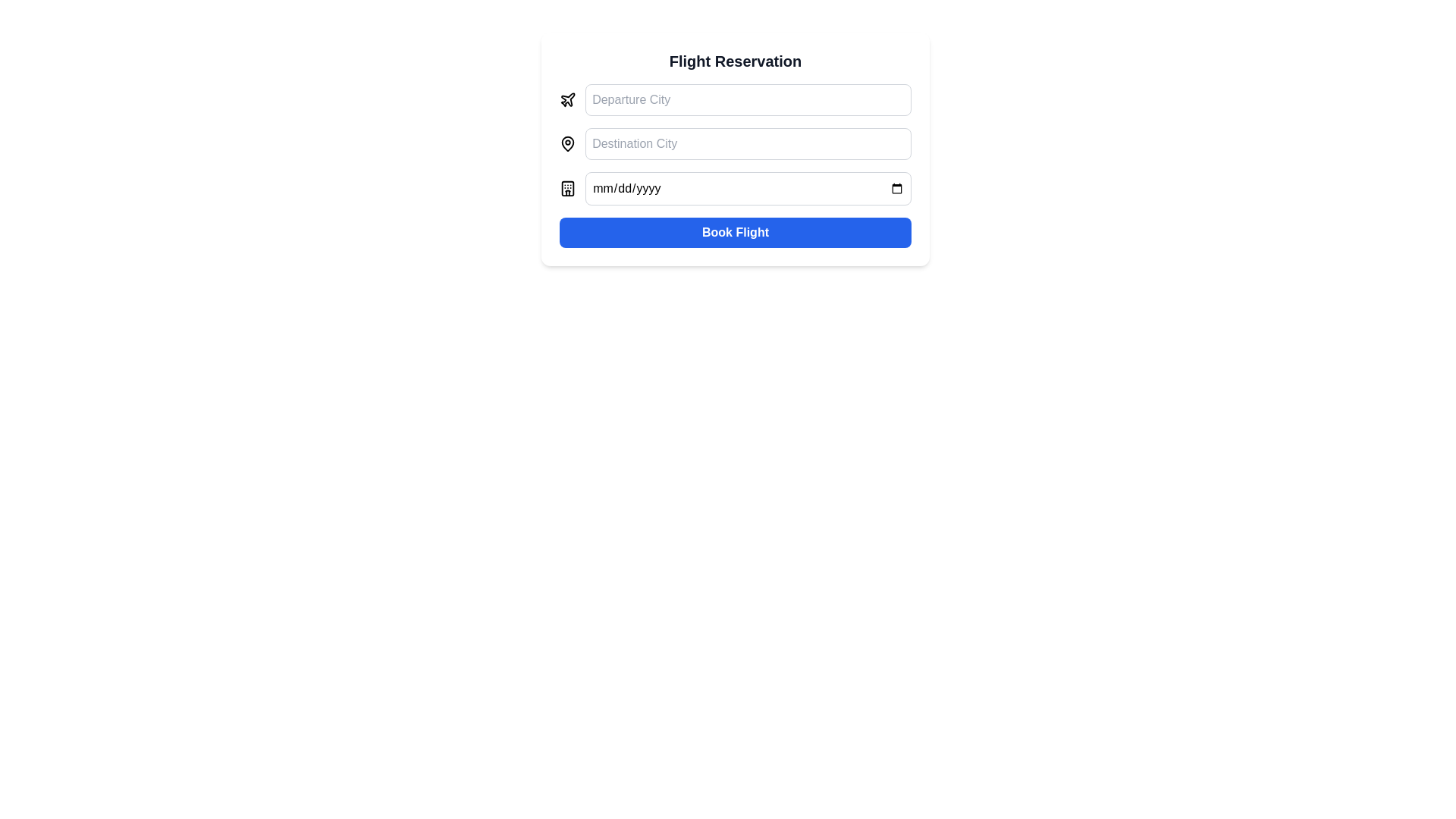 The height and width of the screenshot is (819, 1456). What do you see at coordinates (735, 233) in the screenshot?
I see `the 'Book Flight' button` at bounding box center [735, 233].